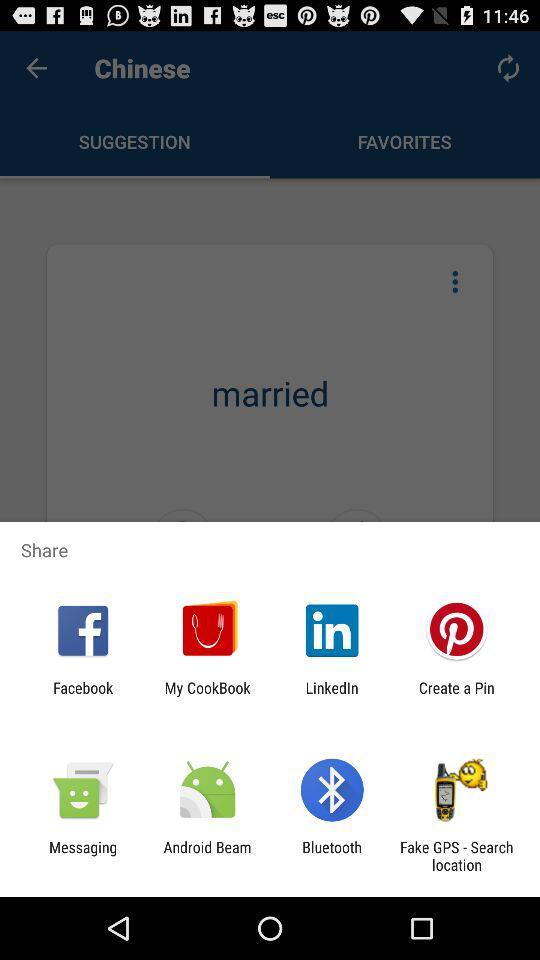 The image size is (540, 960). Describe the element at coordinates (206, 855) in the screenshot. I see `item next to messaging item` at that location.